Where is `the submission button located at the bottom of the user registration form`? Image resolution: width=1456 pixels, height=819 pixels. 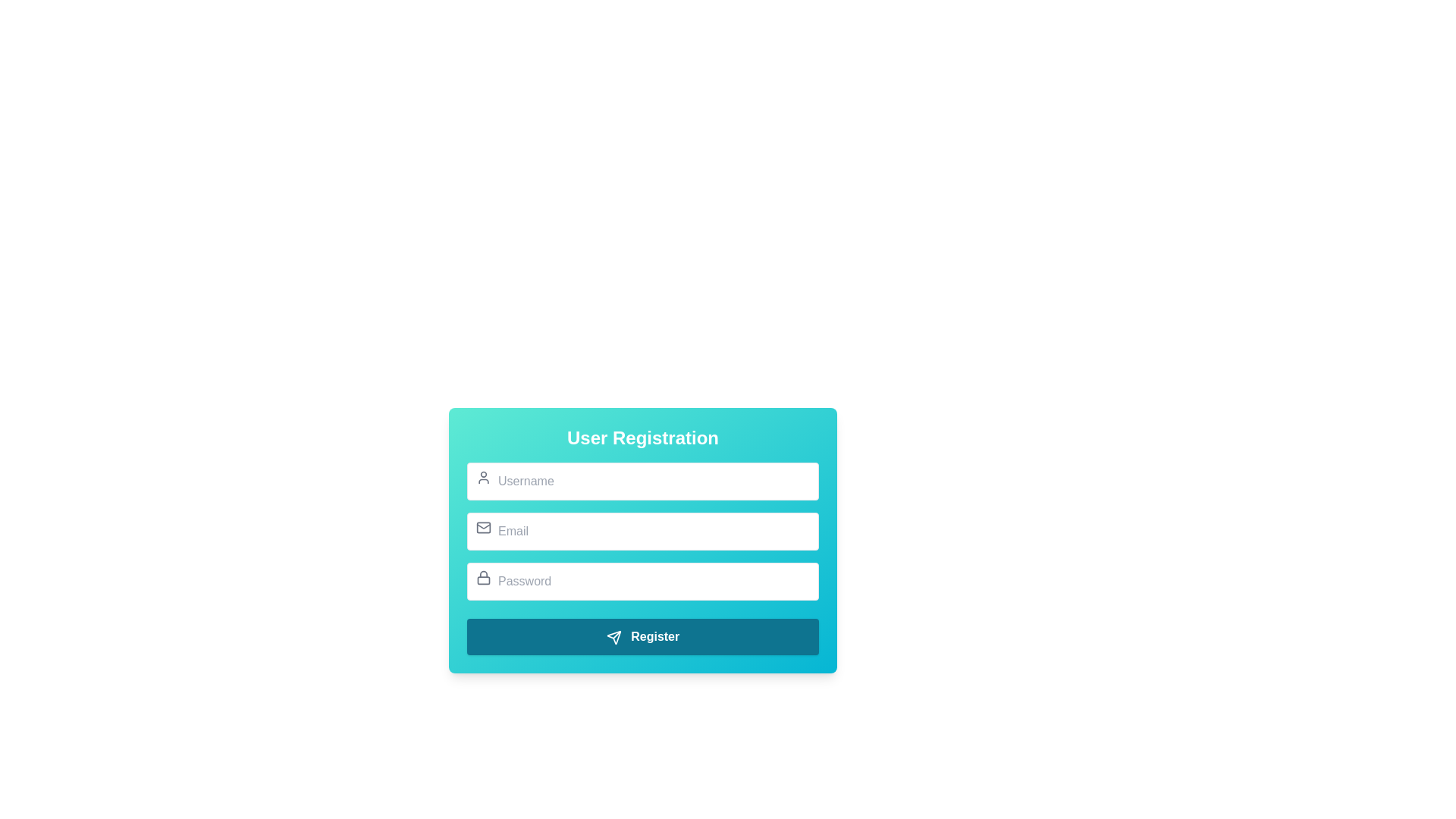 the submission button located at the bottom of the user registration form is located at coordinates (643, 637).